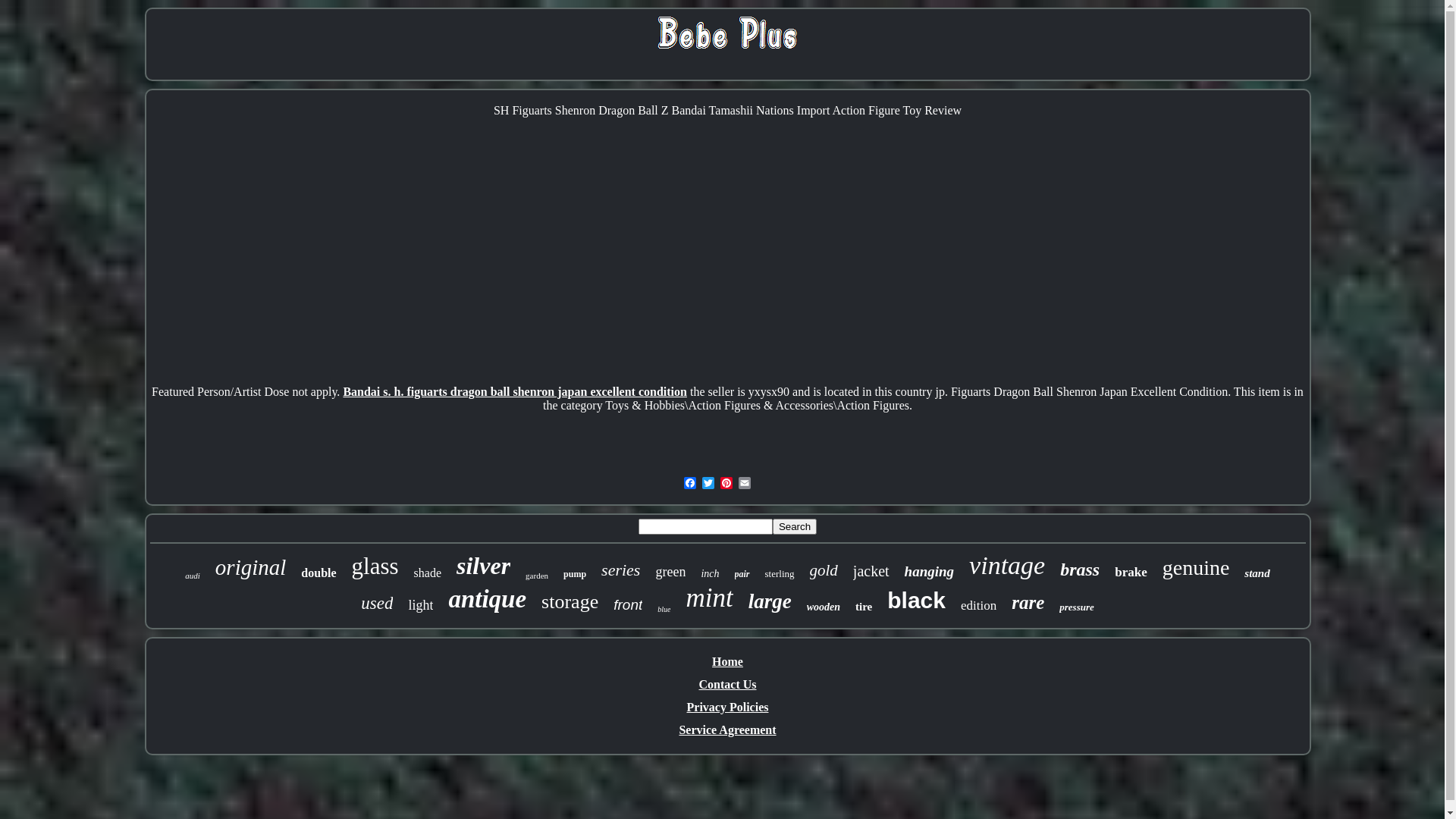  I want to click on 'wooden', so click(822, 607).